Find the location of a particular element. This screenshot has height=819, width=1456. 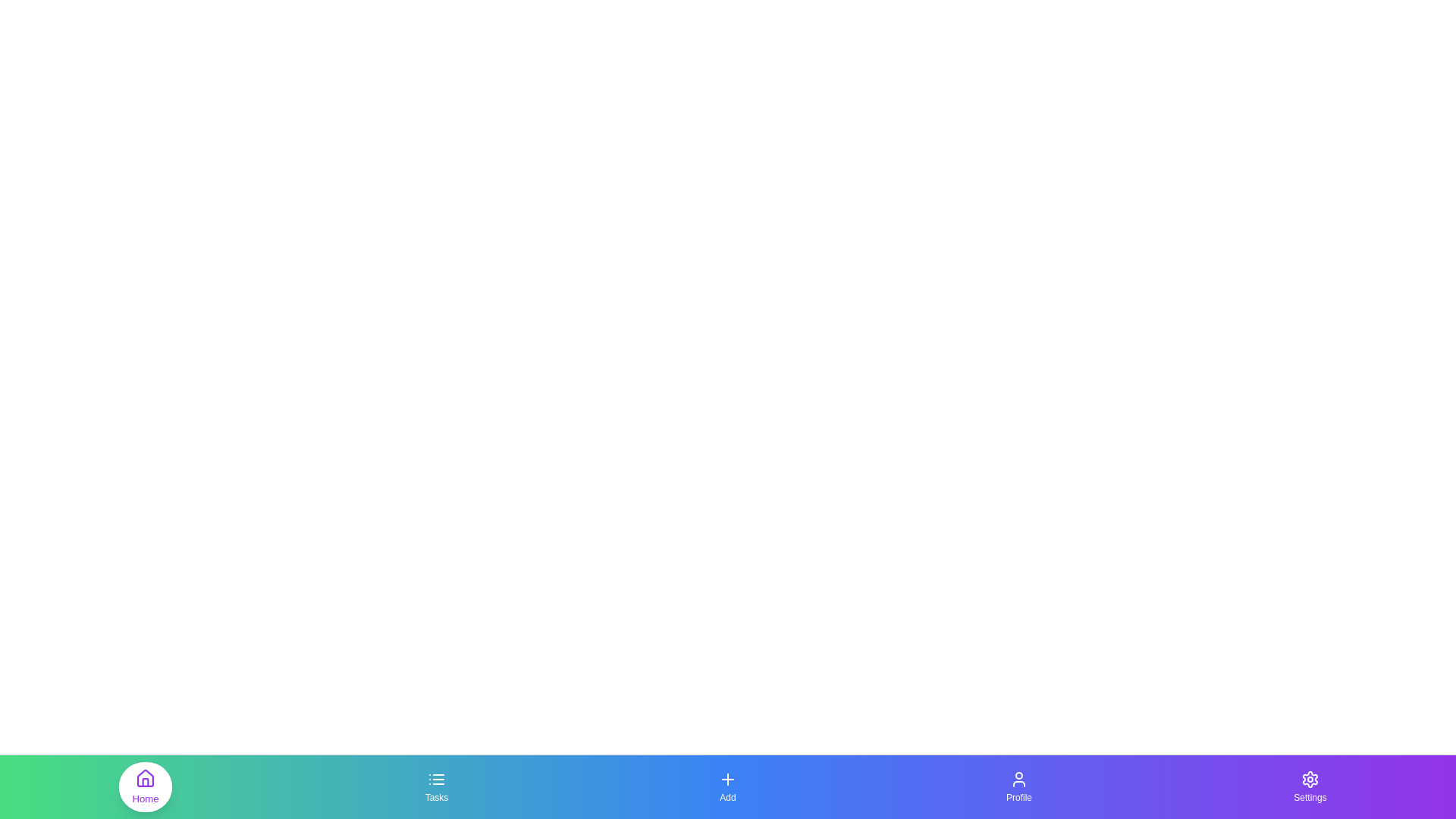

the text label Add under the respective icon in the bottom navigation is located at coordinates (728, 797).